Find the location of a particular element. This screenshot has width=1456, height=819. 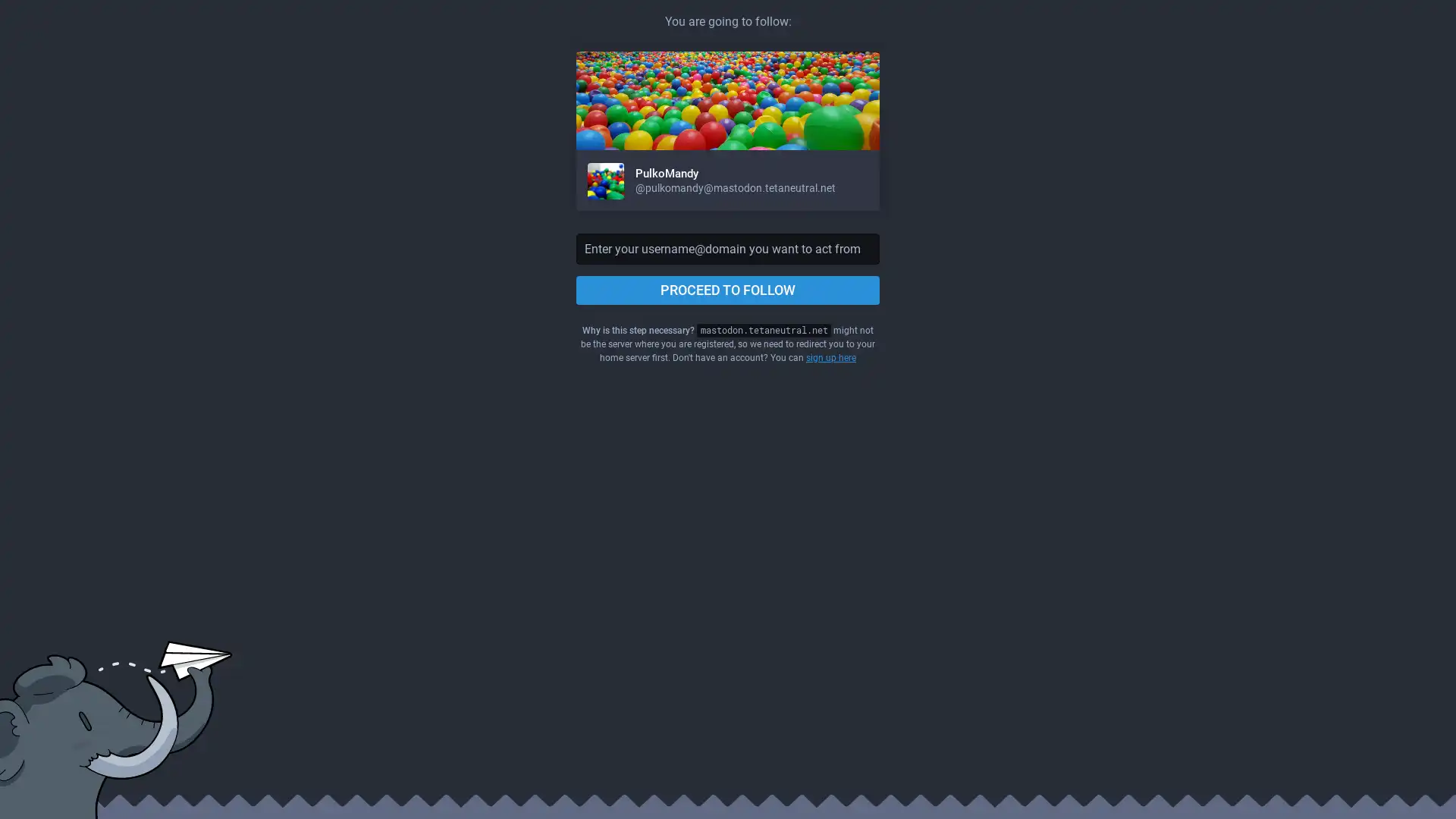

PROCEED TO FOLLOW is located at coordinates (728, 290).